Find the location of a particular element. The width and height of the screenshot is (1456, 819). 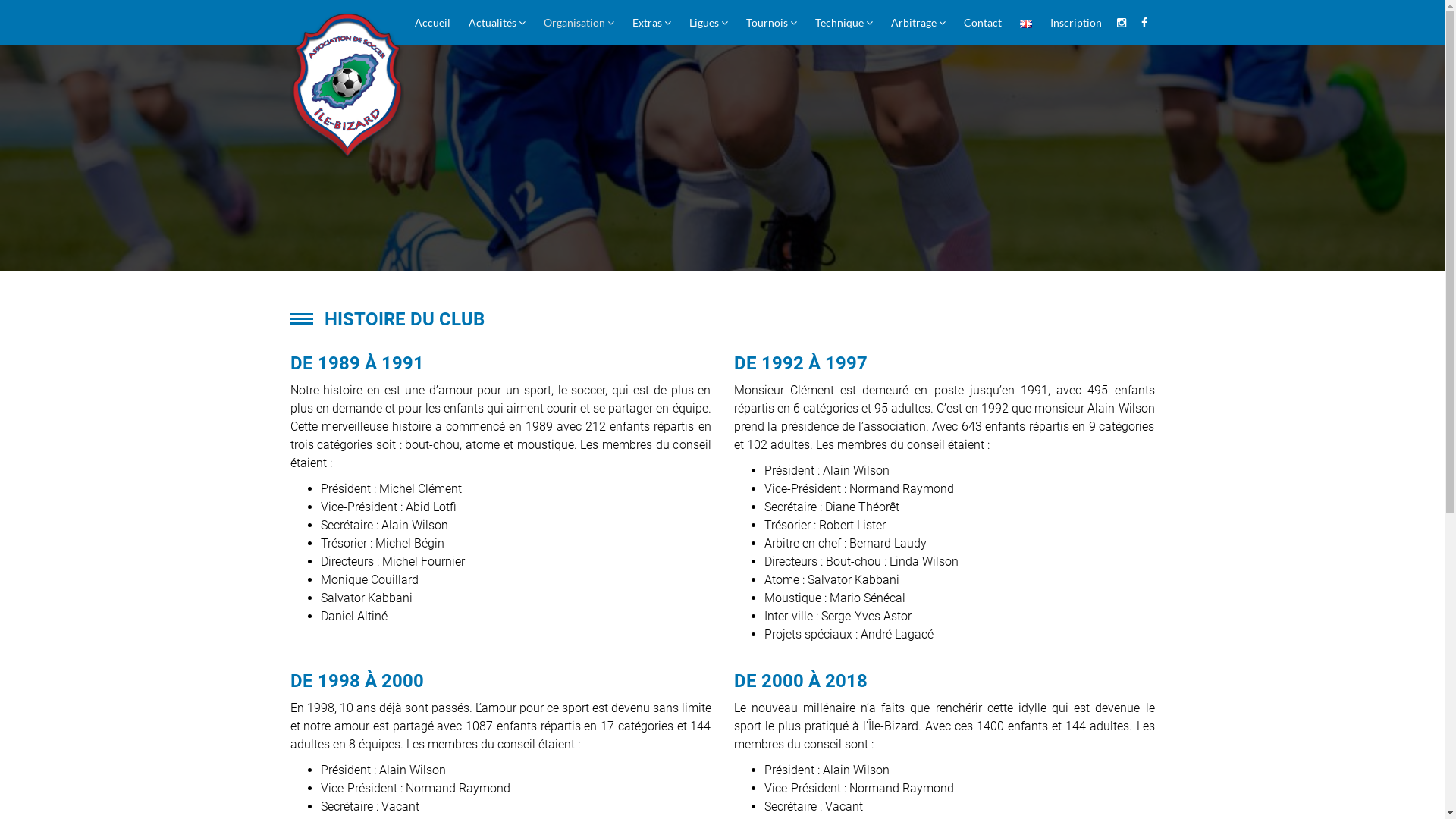

'Technique' is located at coordinates (843, 23).